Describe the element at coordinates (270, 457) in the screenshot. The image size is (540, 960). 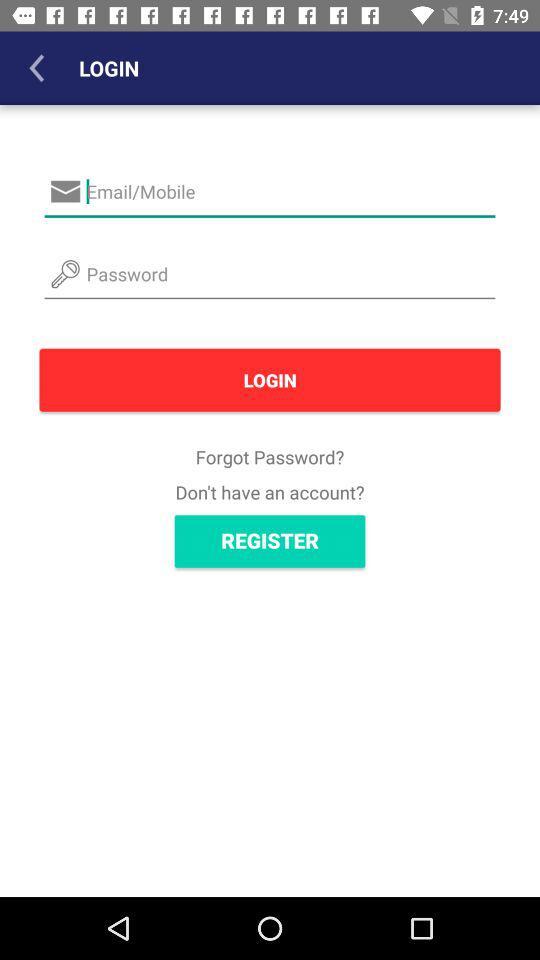
I see `forgot password?` at that location.